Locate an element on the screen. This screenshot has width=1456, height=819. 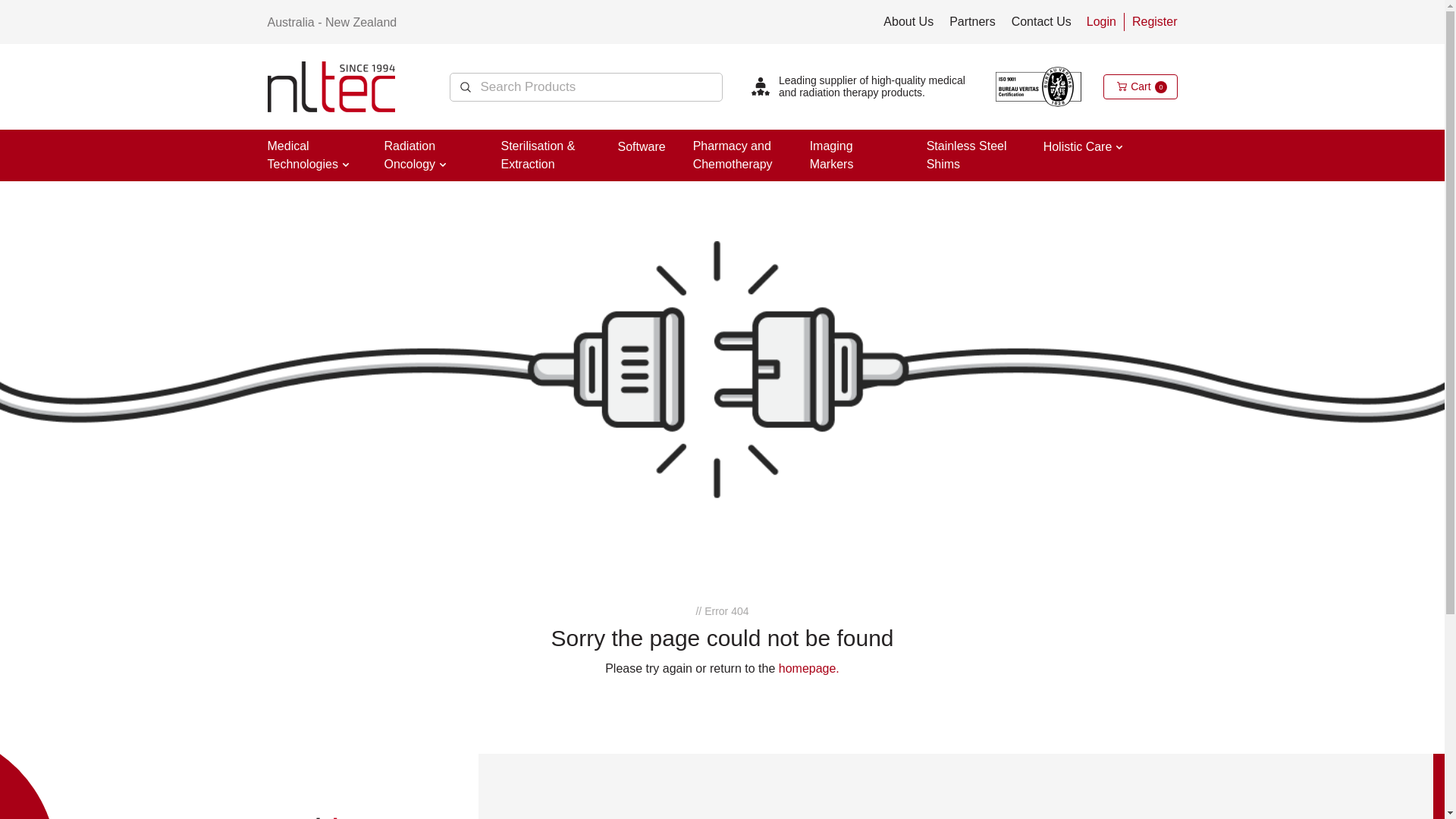
'Login' is located at coordinates (1101, 21).